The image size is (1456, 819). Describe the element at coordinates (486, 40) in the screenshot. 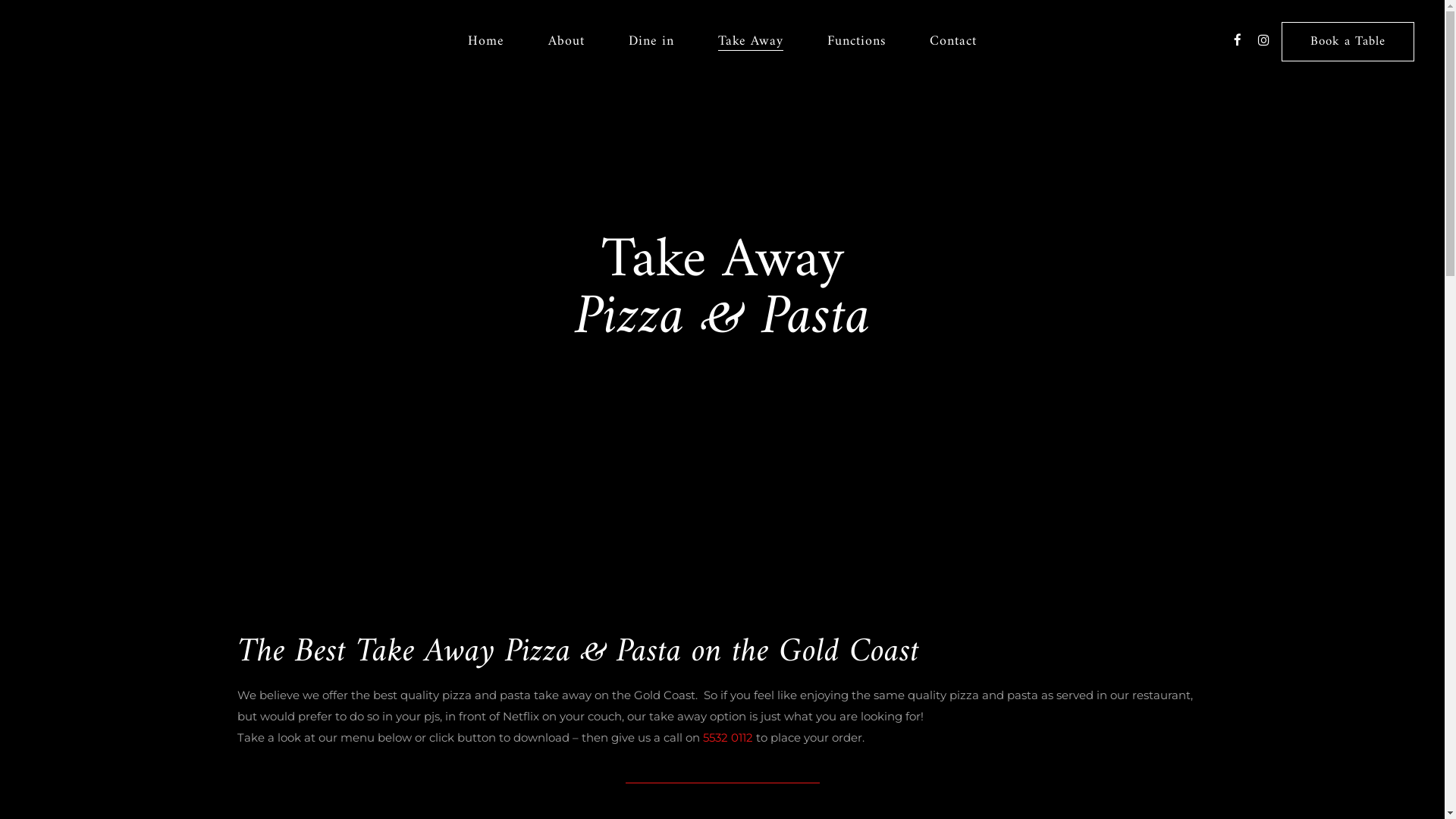

I see `'Home'` at that location.